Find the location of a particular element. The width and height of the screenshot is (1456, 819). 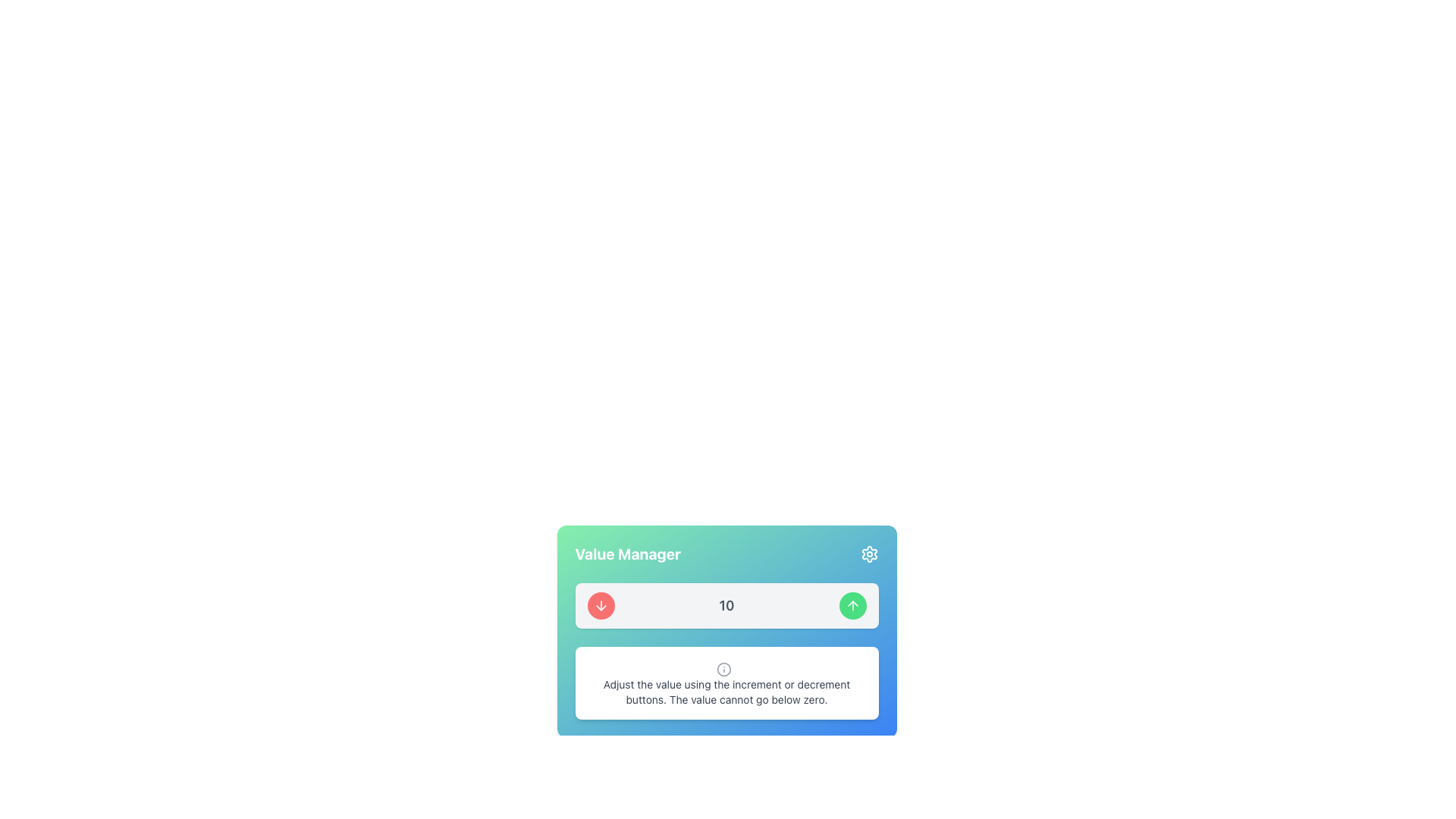

the increase value button located to the right of the numeric display is located at coordinates (852, 604).